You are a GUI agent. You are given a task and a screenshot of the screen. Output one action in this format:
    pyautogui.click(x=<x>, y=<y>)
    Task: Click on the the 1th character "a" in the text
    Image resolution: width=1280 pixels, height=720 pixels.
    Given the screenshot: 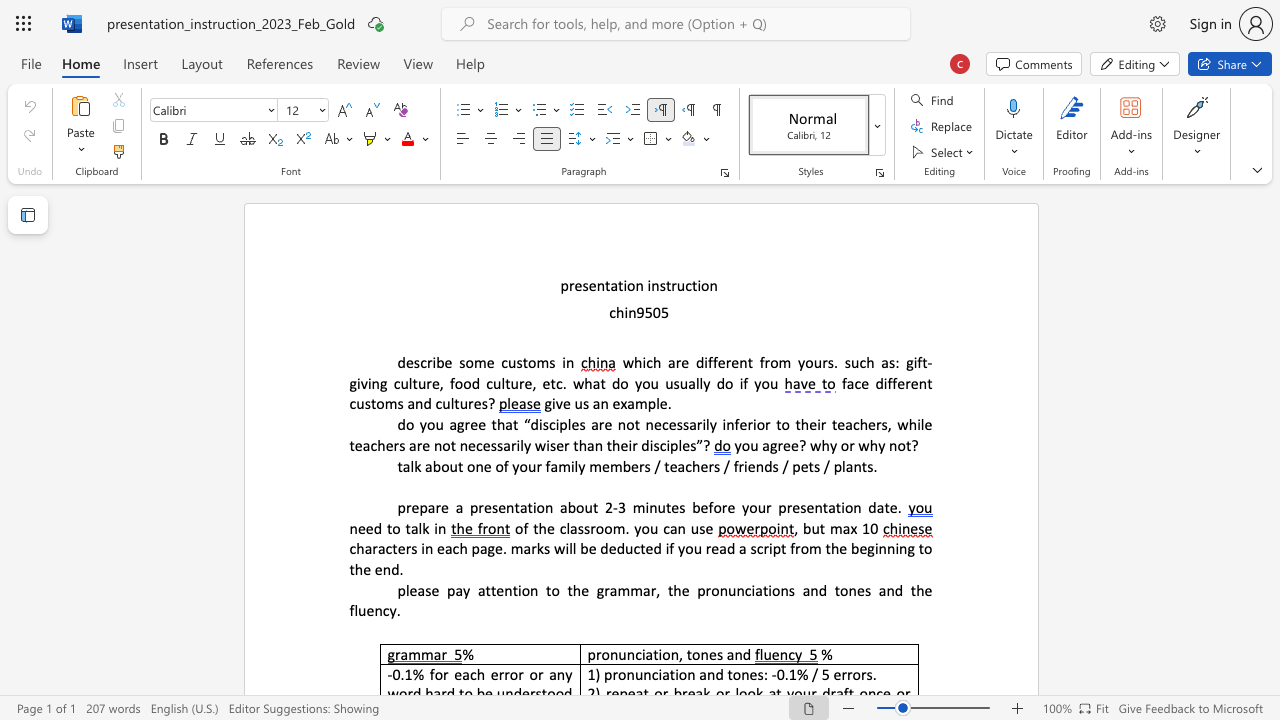 What is the action you would take?
    pyautogui.click(x=613, y=285)
    